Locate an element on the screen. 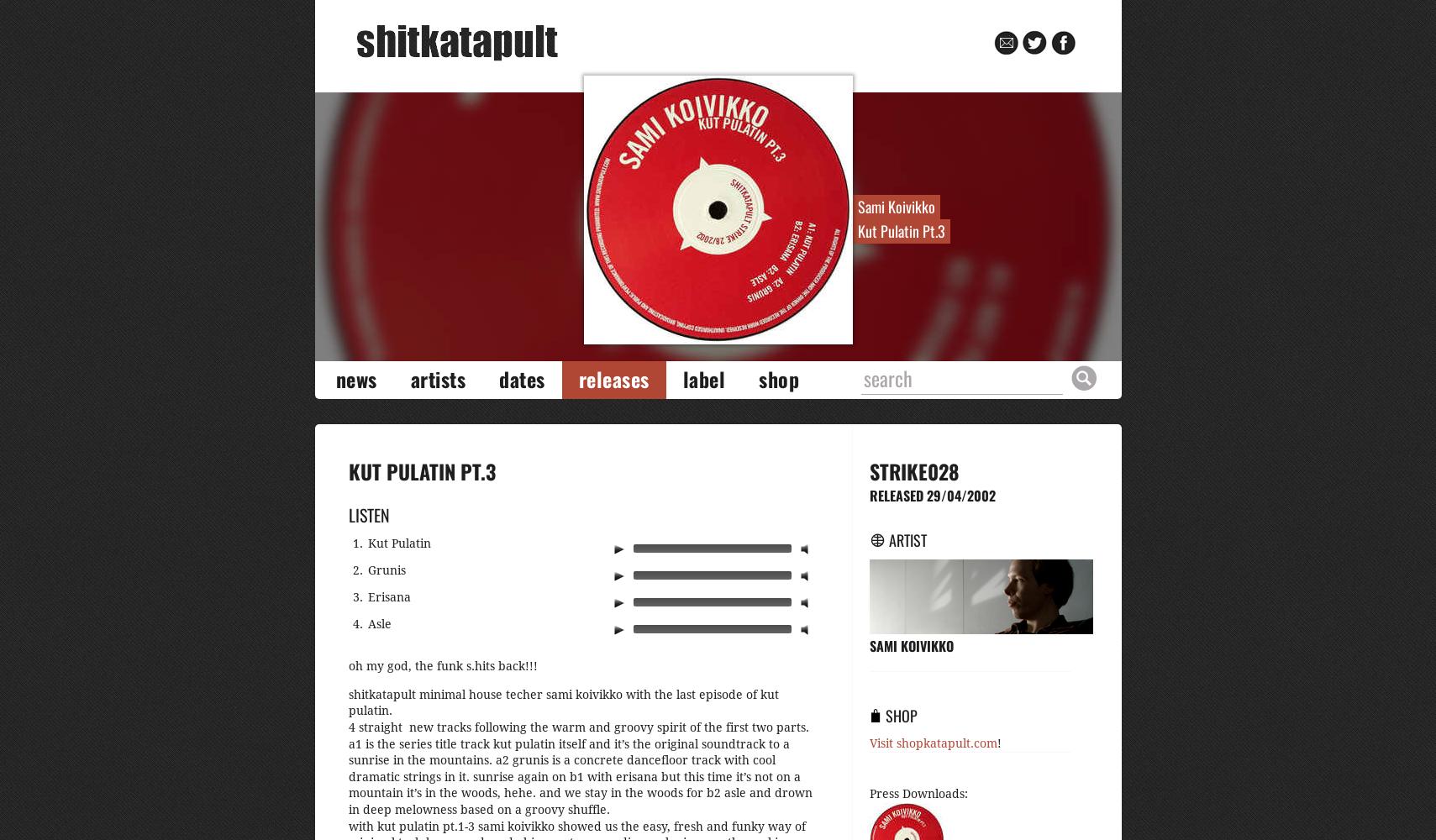  '4.' is located at coordinates (358, 622).